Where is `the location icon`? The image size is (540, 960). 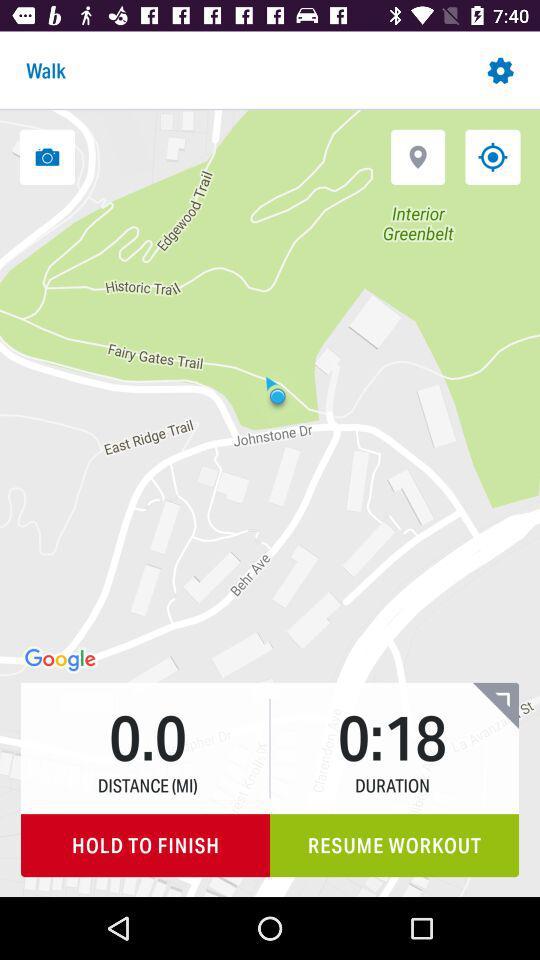
the location icon is located at coordinates (417, 156).